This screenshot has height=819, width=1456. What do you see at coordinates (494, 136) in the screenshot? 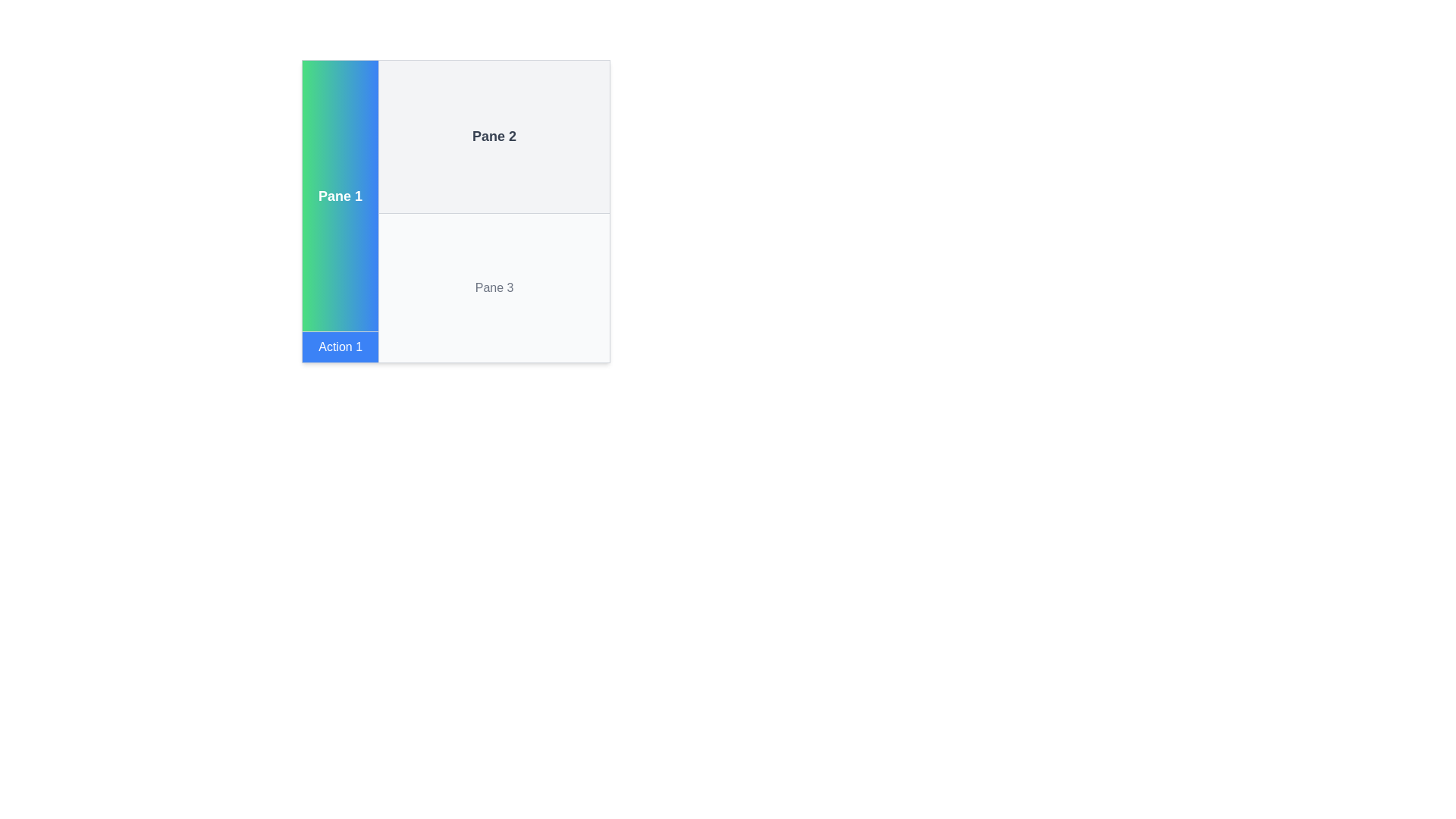
I see `the Text Label Pane containing the bold text 'Pane 2' with a light gray background, located at the top-right corner of the primary section` at bounding box center [494, 136].